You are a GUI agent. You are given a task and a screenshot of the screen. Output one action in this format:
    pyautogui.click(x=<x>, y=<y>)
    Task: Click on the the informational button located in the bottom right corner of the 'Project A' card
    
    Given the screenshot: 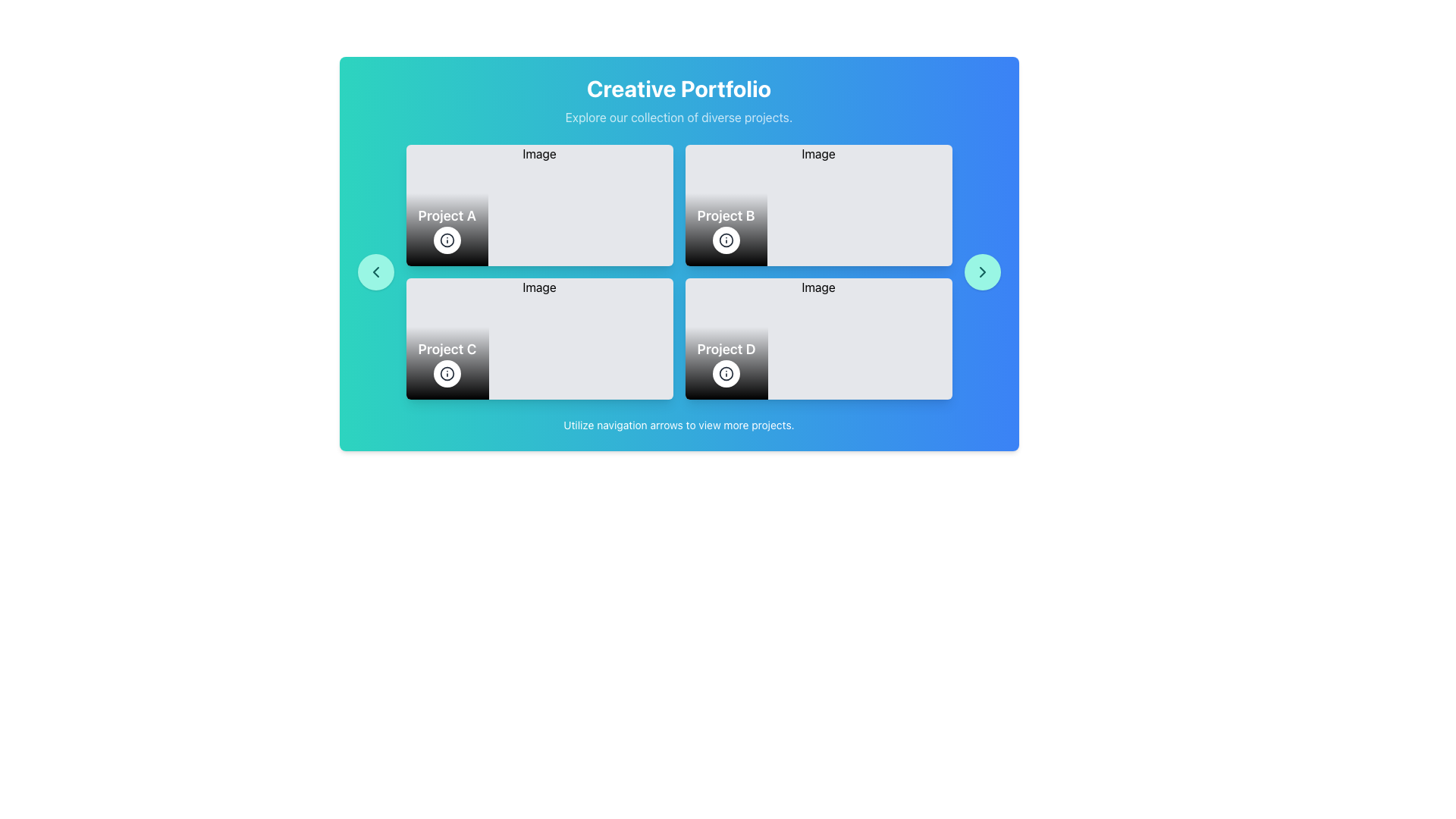 What is the action you would take?
    pyautogui.click(x=446, y=239)
    